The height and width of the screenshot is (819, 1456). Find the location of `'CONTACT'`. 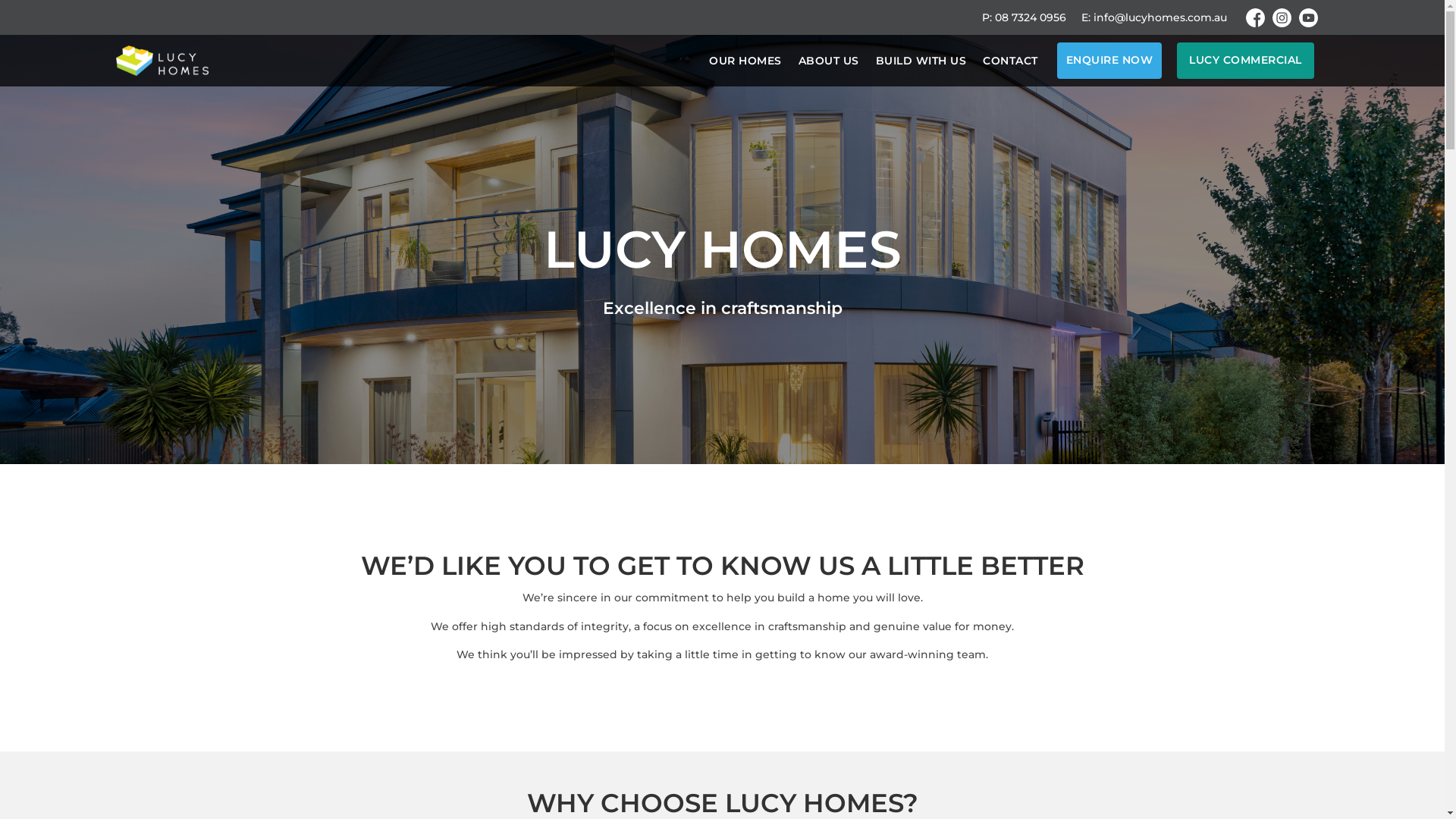

'CONTACT' is located at coordinates (1010, 60).